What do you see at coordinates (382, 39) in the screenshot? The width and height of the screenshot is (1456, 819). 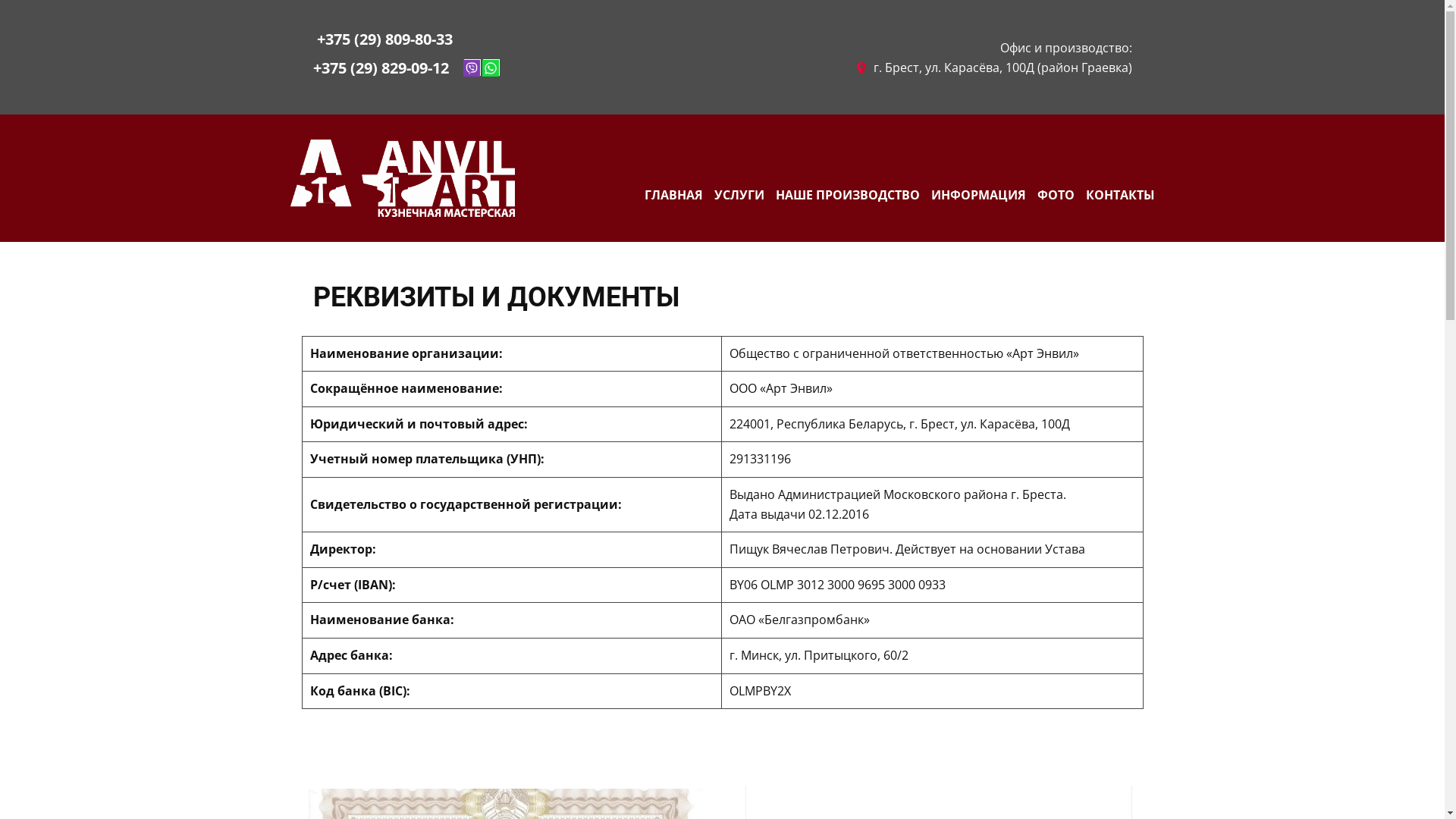 I see `' +375 (29) 809-80-33'` at bounding box center [382, 39].